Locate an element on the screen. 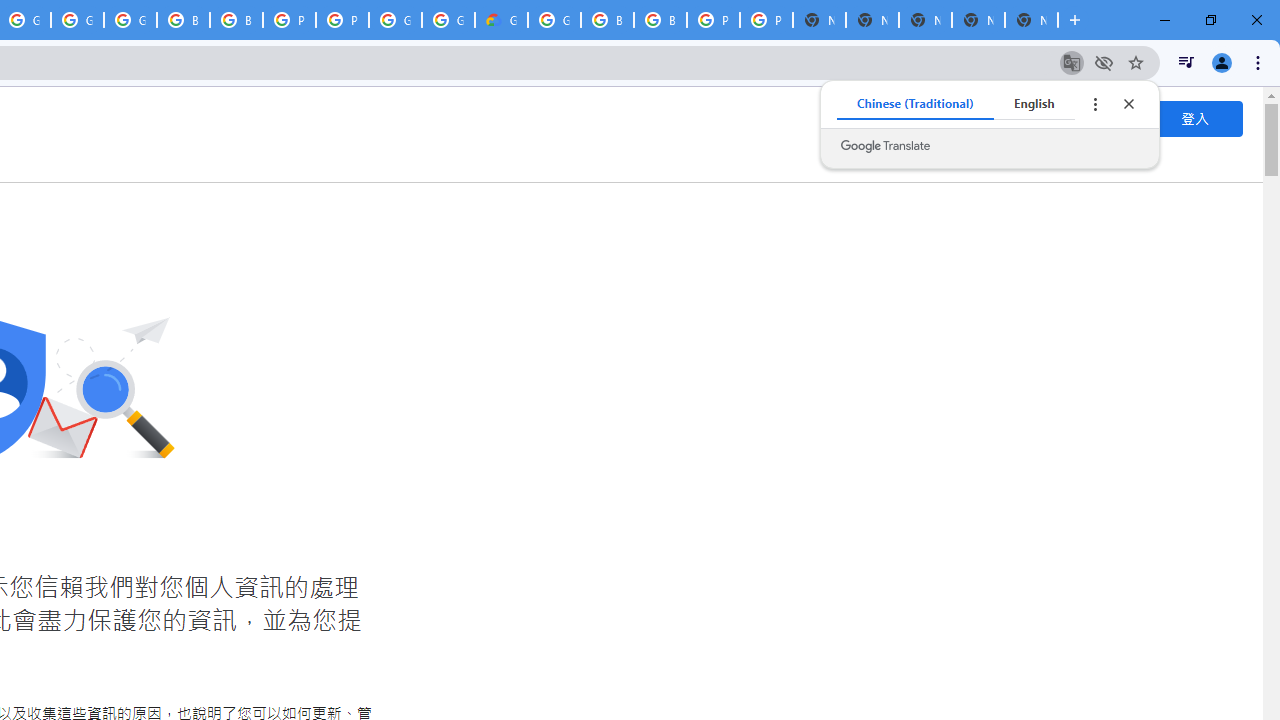 This screenshot has height=720, width=1280. 'English' is located at coordinates (1034, 104).